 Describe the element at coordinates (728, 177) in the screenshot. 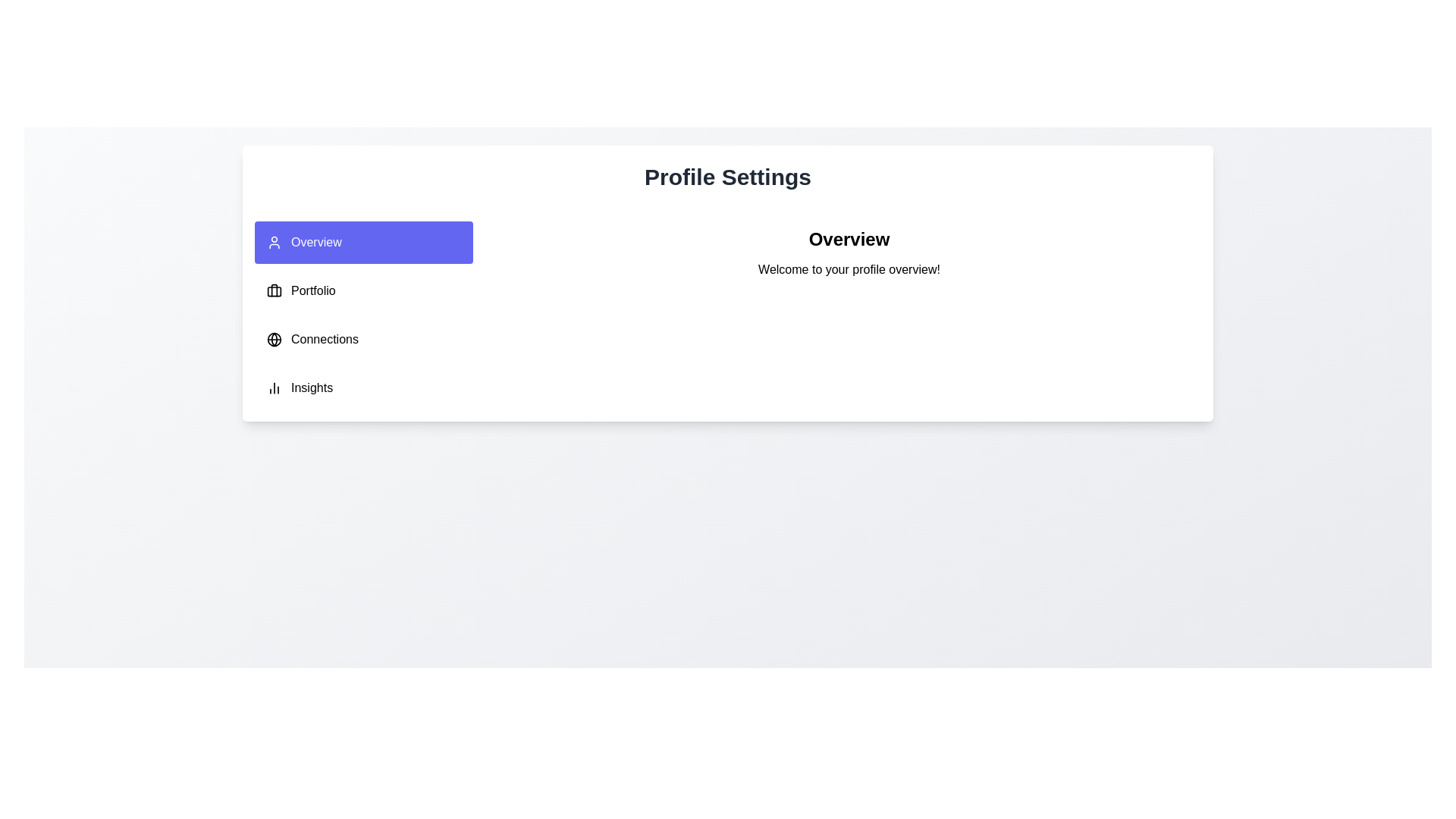

I see `the title of the component` at that location.